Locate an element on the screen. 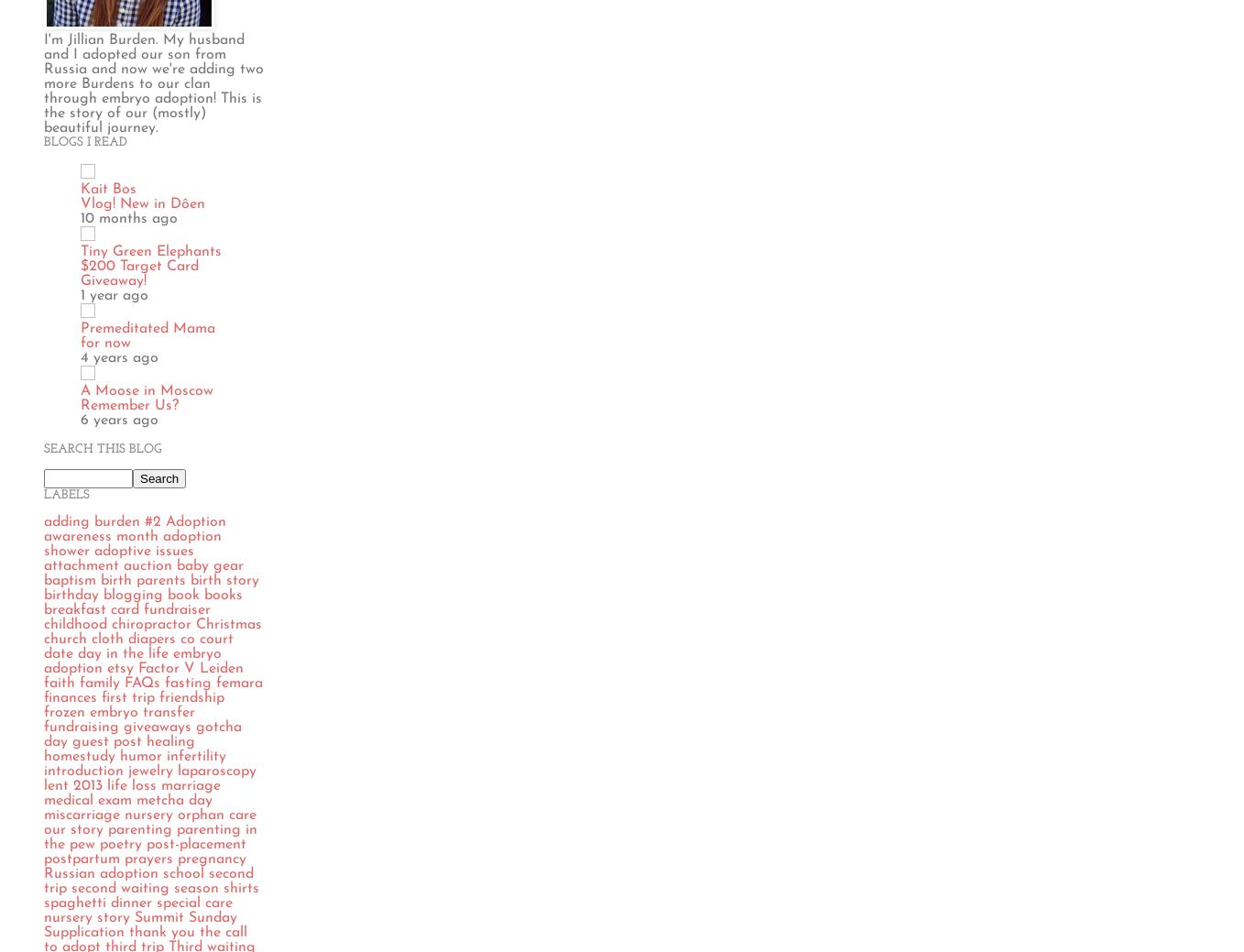 The image size is (1244, 952). 'healing' is located at coordinates (170, 739).